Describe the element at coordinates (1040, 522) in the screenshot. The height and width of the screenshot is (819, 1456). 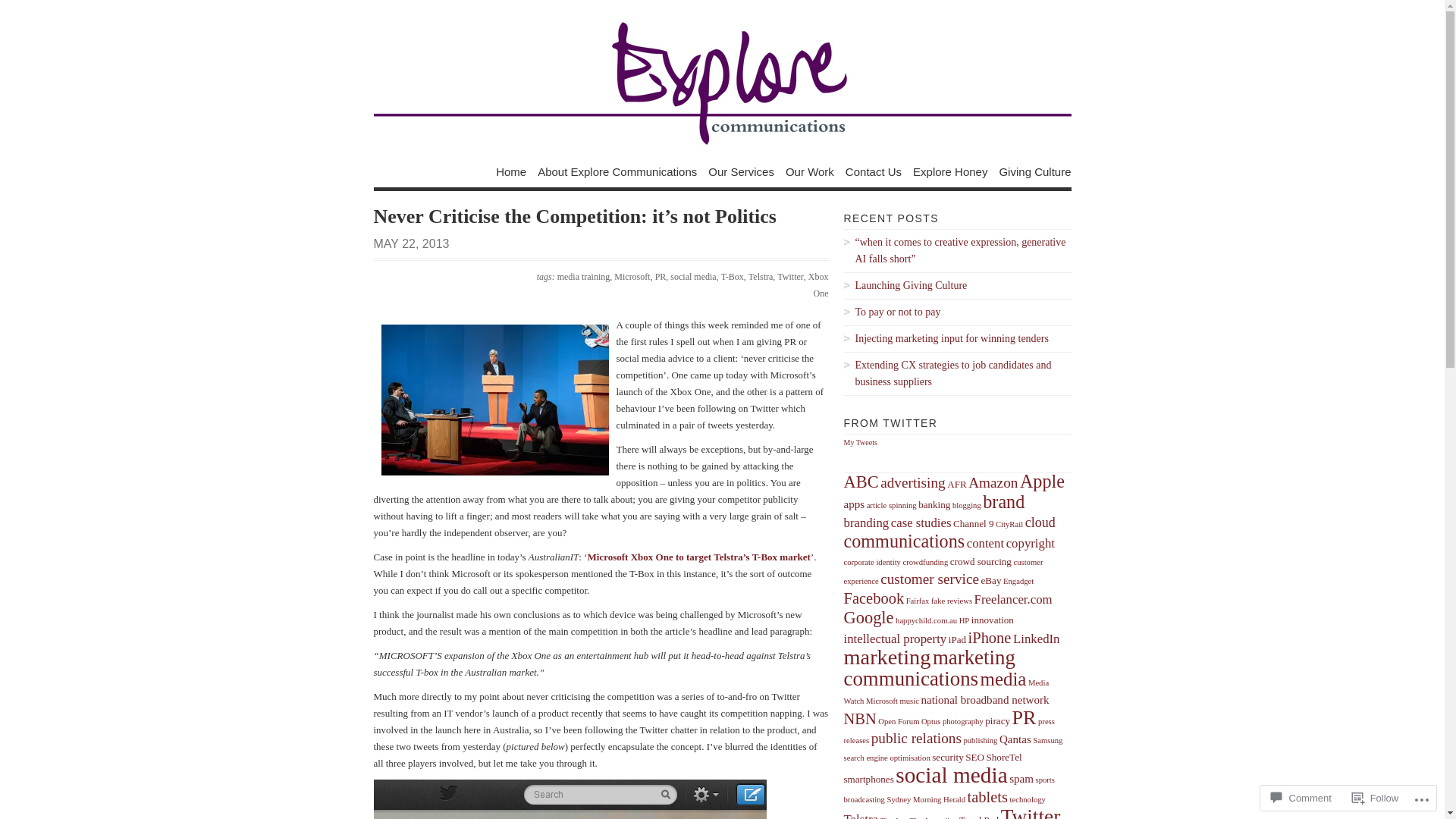
I see `'cloud'` at that location.